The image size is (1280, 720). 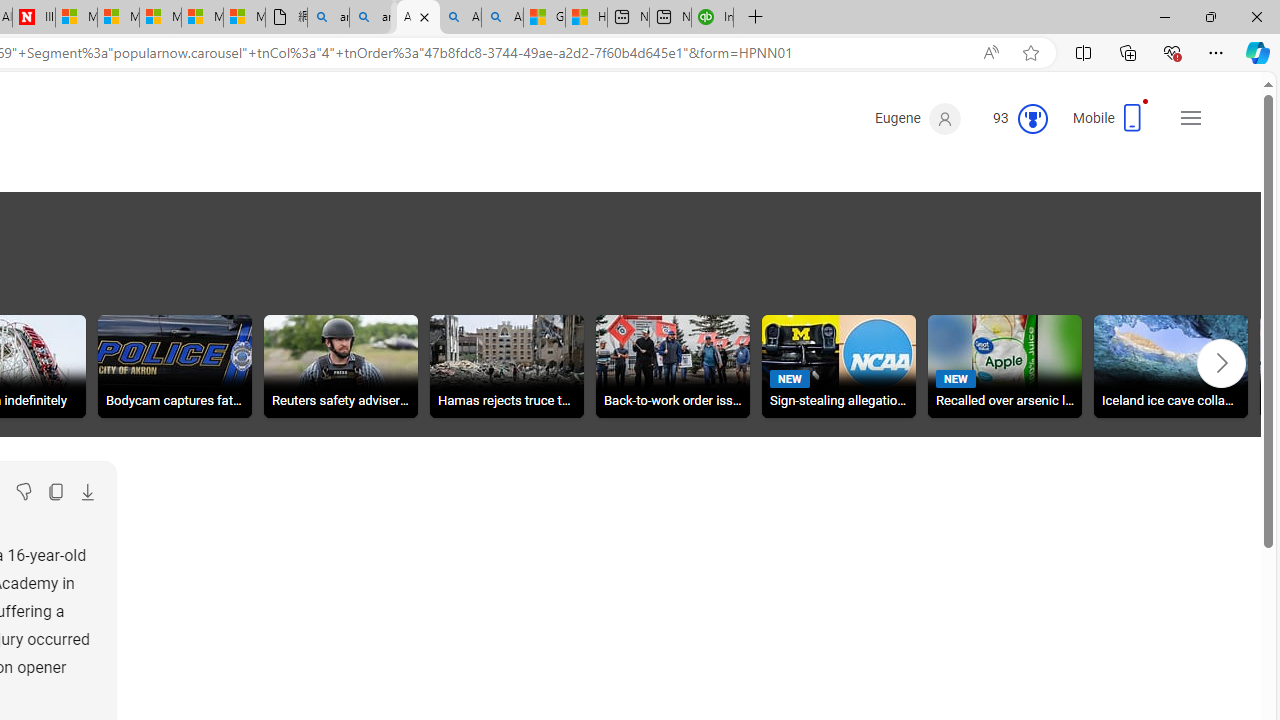 I want to click on 'Export', so click(x=86, y=492).